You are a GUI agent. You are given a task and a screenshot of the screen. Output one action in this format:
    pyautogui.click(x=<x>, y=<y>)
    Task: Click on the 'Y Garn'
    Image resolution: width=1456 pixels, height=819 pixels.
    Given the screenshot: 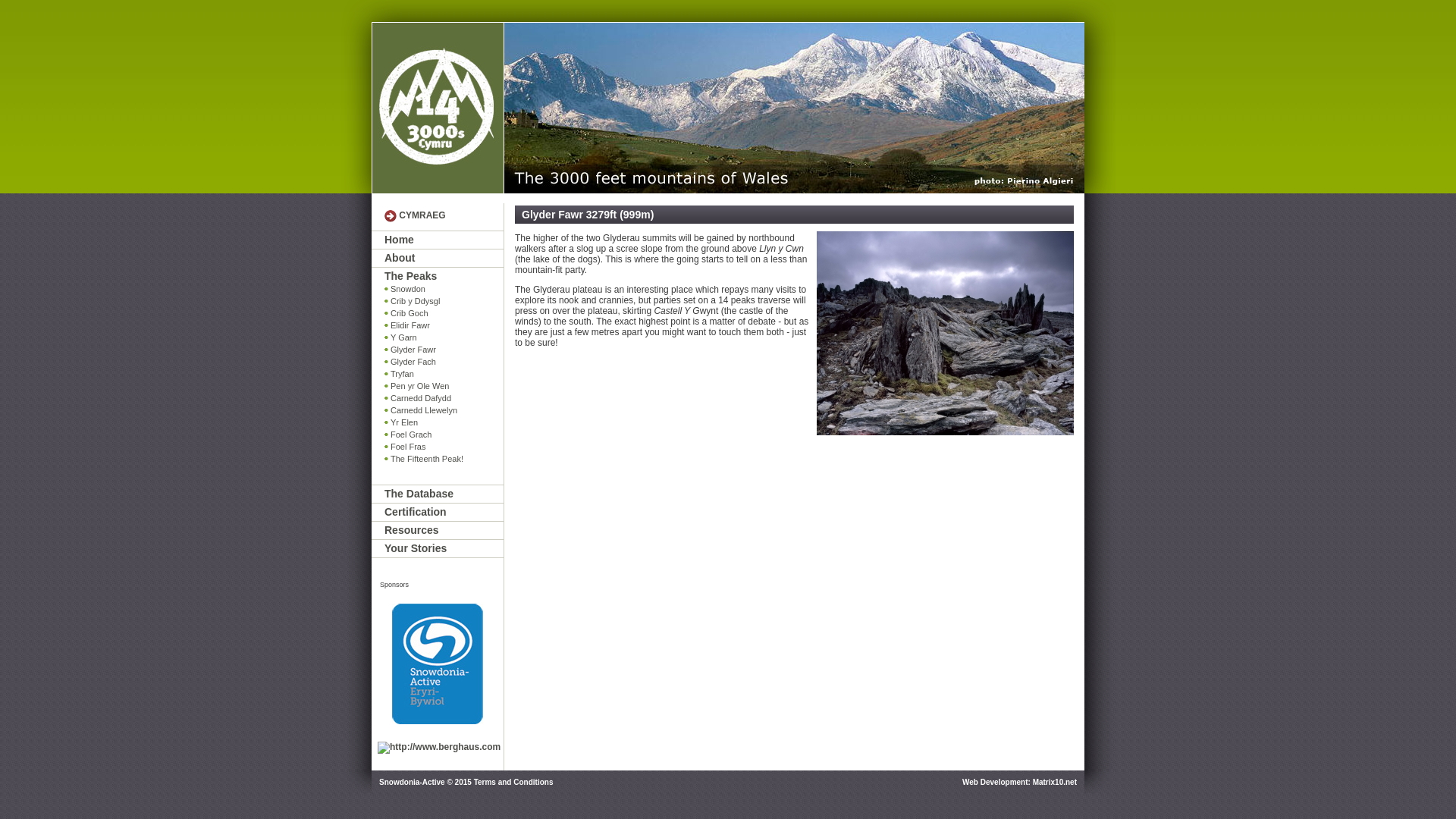 What is the action you would take?
    pyautogui.click(x=443, y=337)
    